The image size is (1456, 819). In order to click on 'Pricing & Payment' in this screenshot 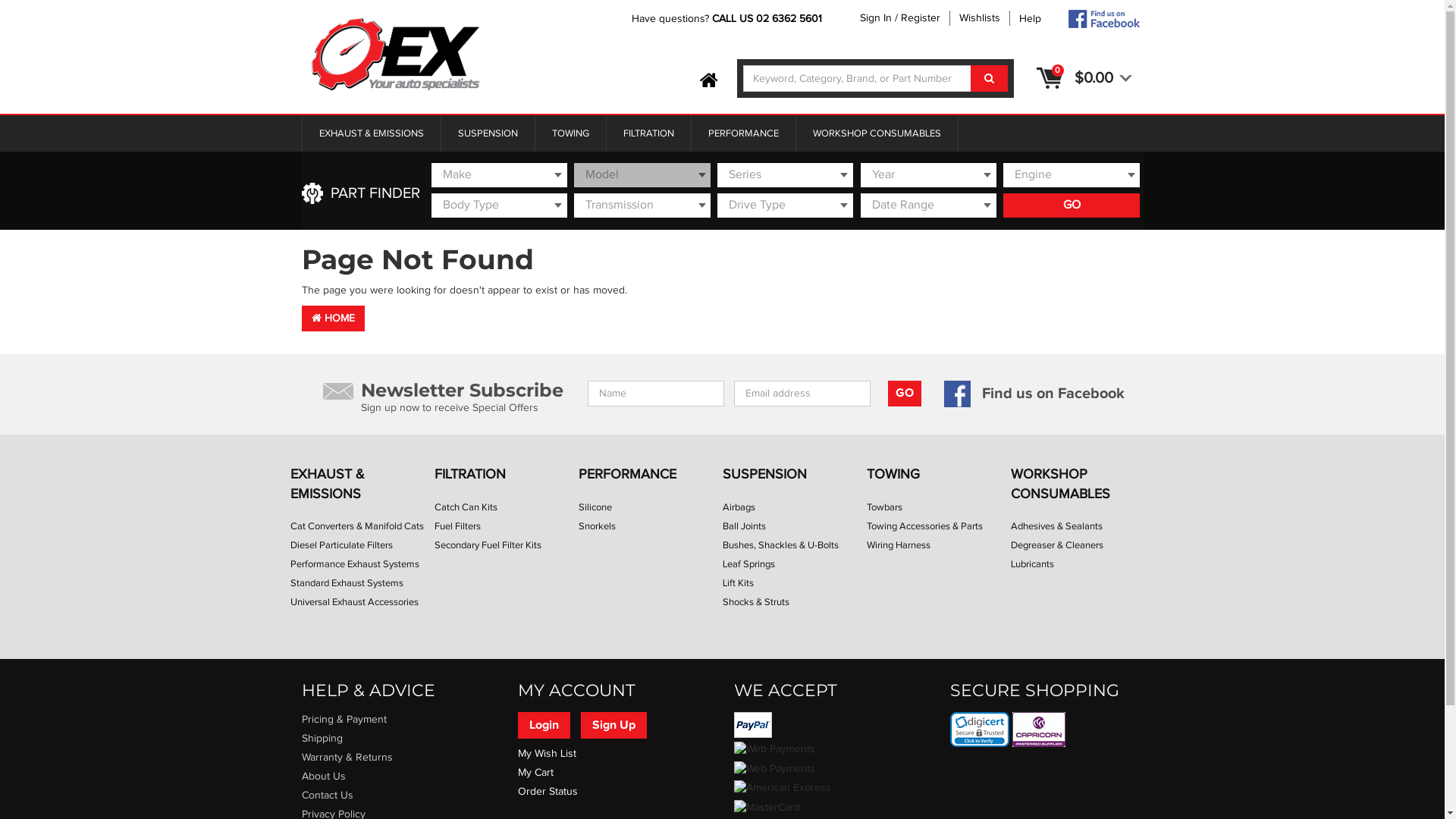, I will do `click(398, 718)`.